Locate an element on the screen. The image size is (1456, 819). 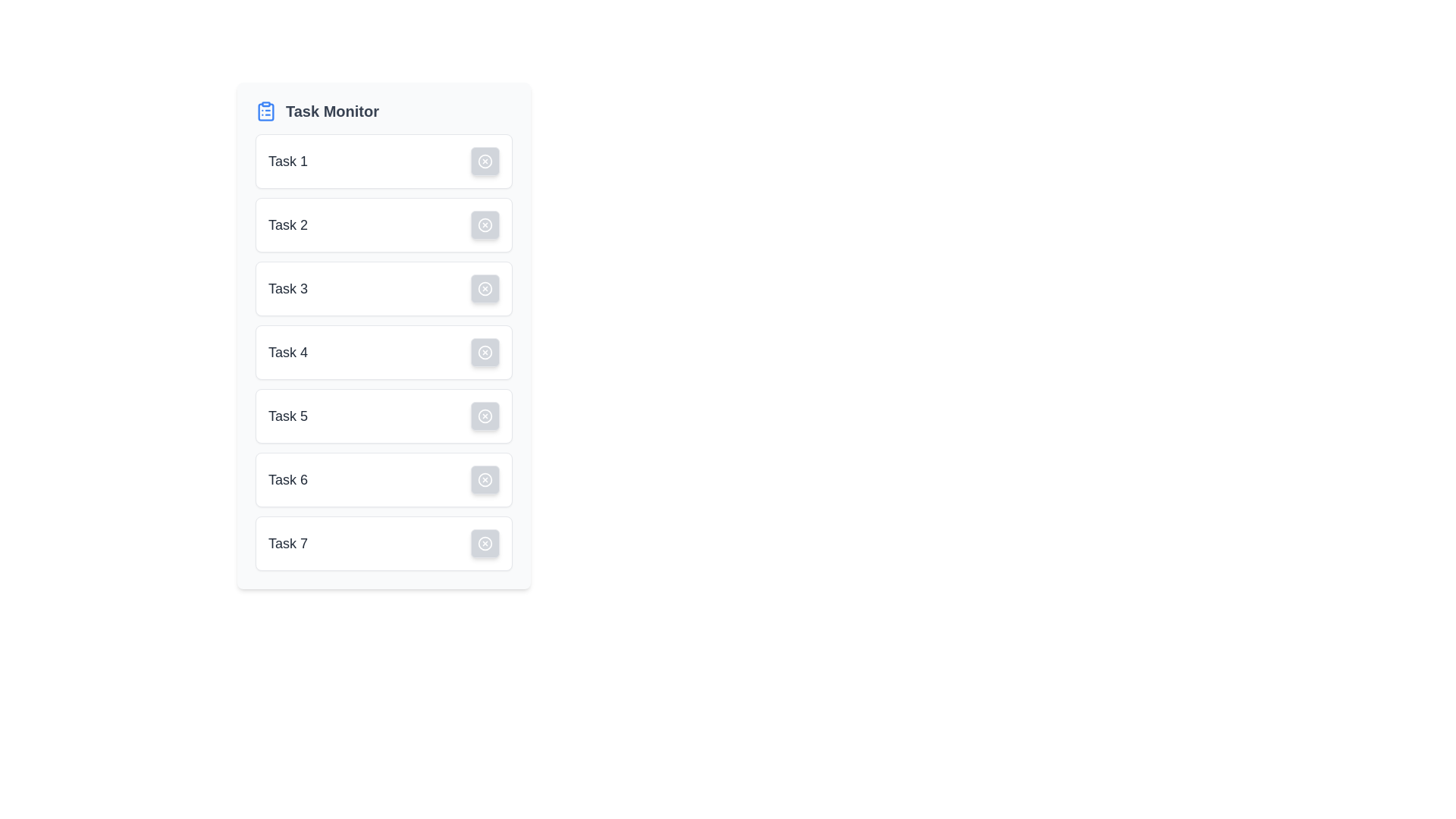
the label displaying the name or identifier of the fourth task in the vertical list of tasks, located on the left-hand side of the interface is located at coordinates (287, 353).